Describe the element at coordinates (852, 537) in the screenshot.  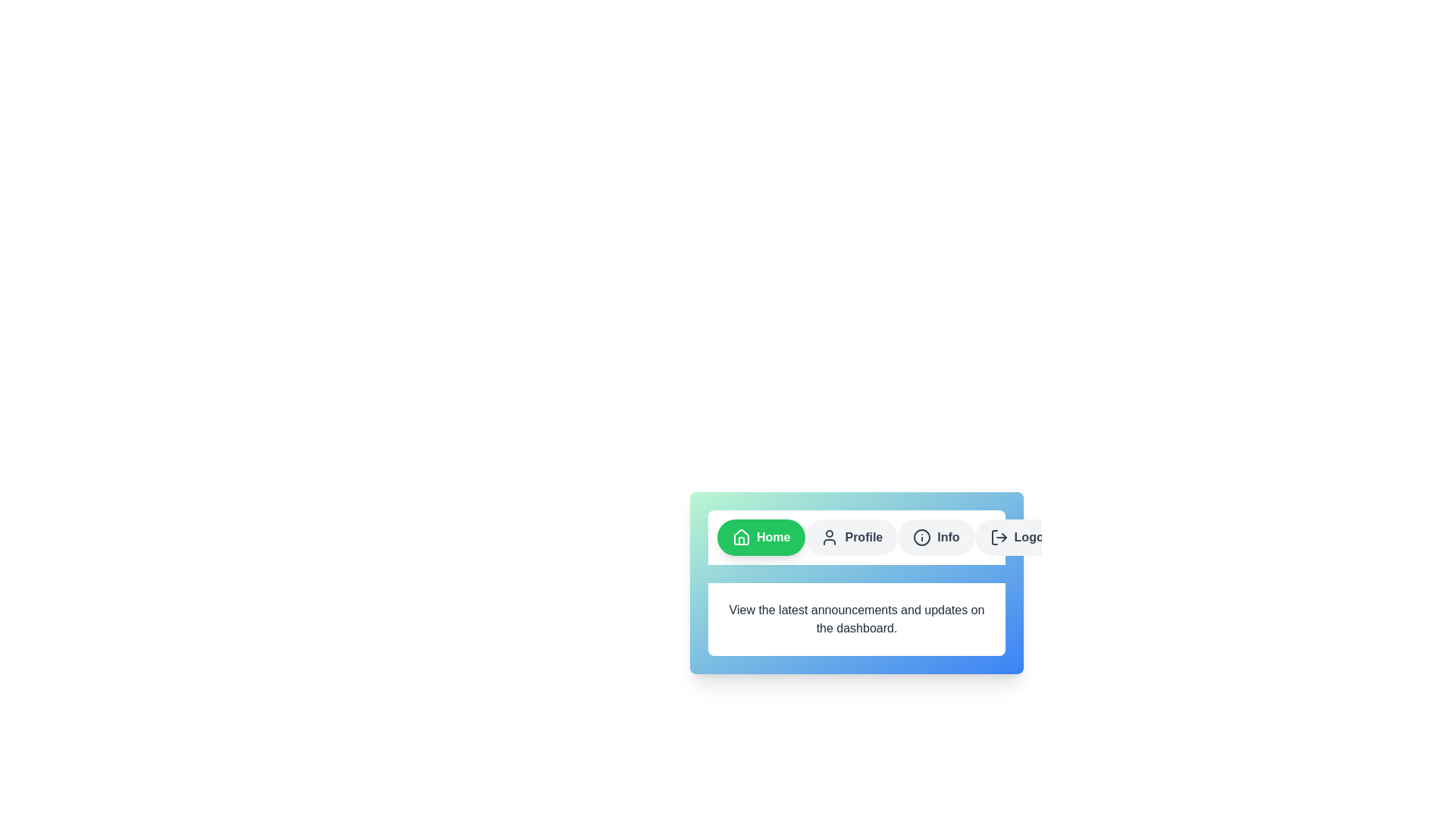
I see `the second option in the horizontal menu bar, labeled 'Profile'` at that location.